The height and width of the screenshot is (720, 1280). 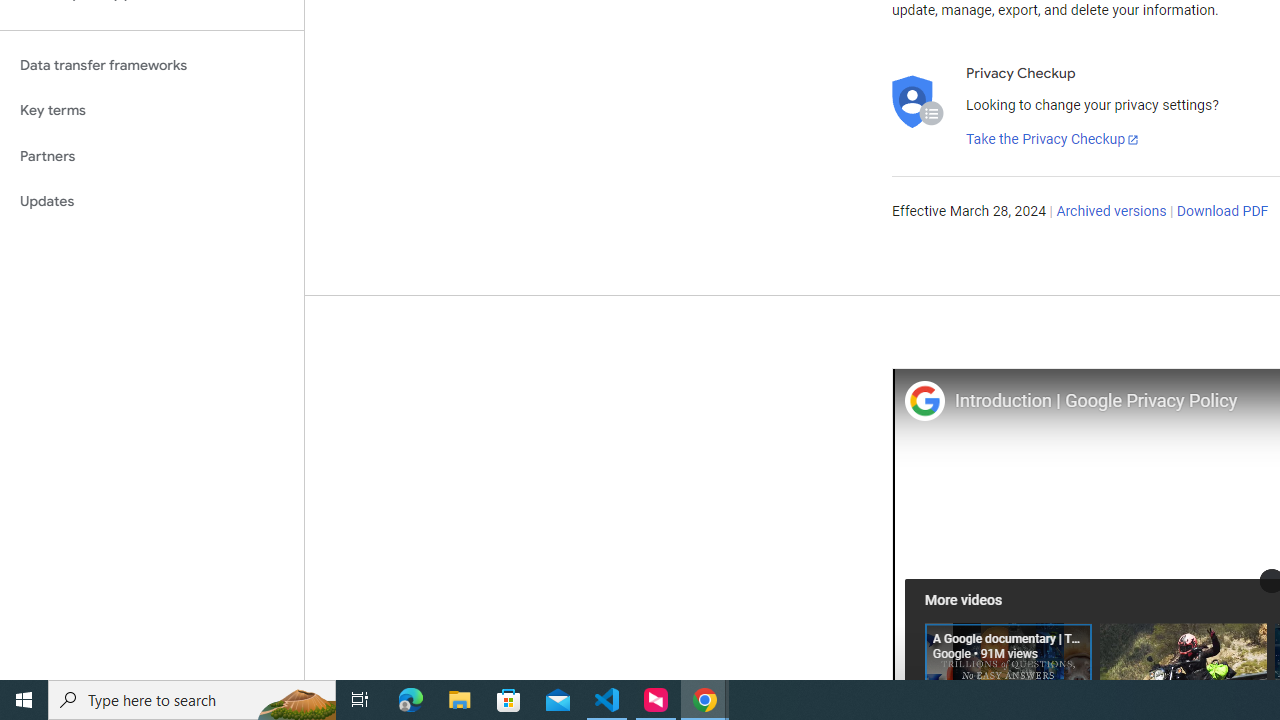 I want to click on 'Photo image of Google', so click(x=923, y=400).